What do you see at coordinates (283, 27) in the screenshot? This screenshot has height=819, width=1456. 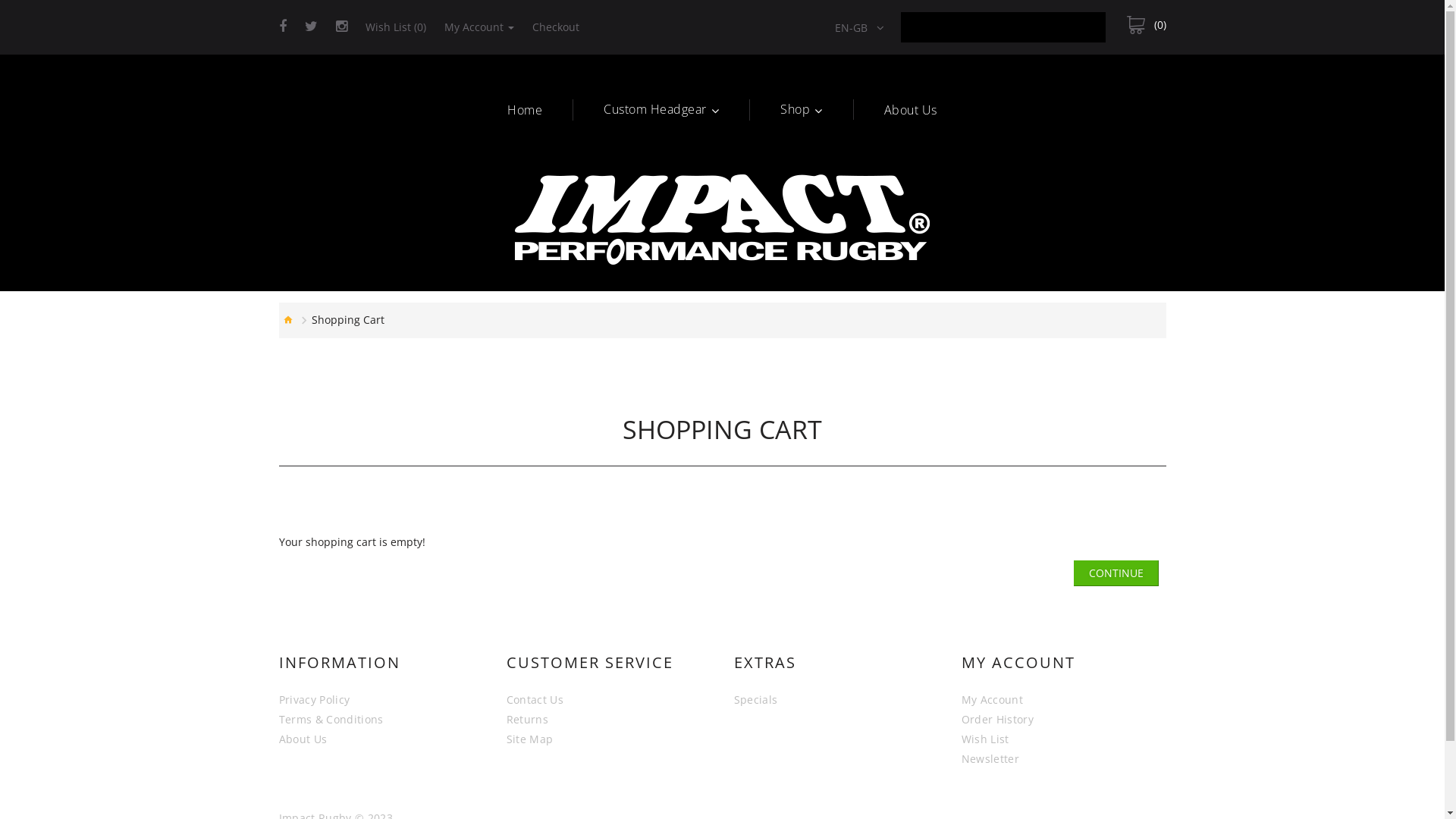 I see `'Facebook'` at bounding box center [283, 27].